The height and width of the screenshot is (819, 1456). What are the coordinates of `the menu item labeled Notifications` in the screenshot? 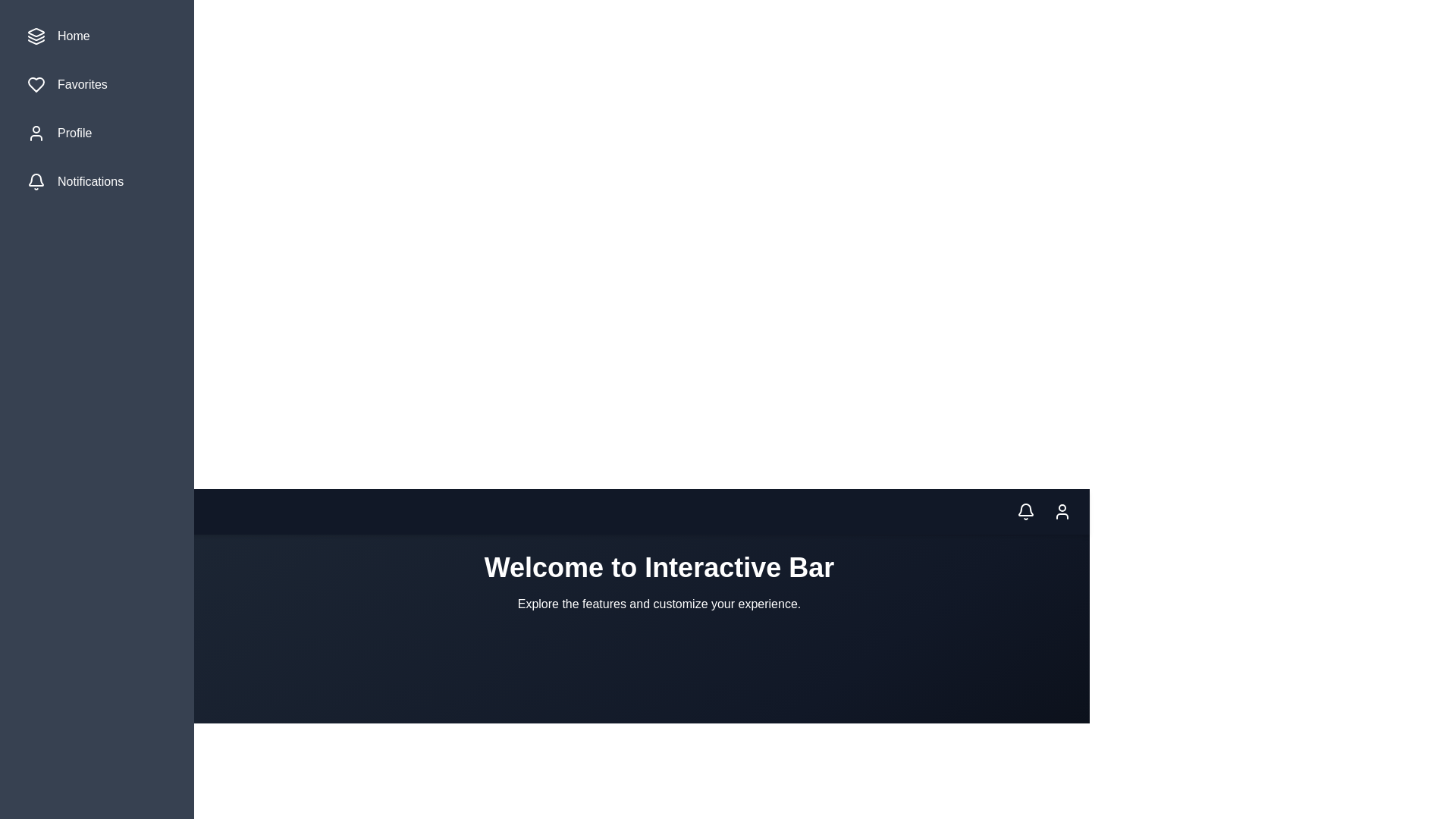 It's located at (96, 180).